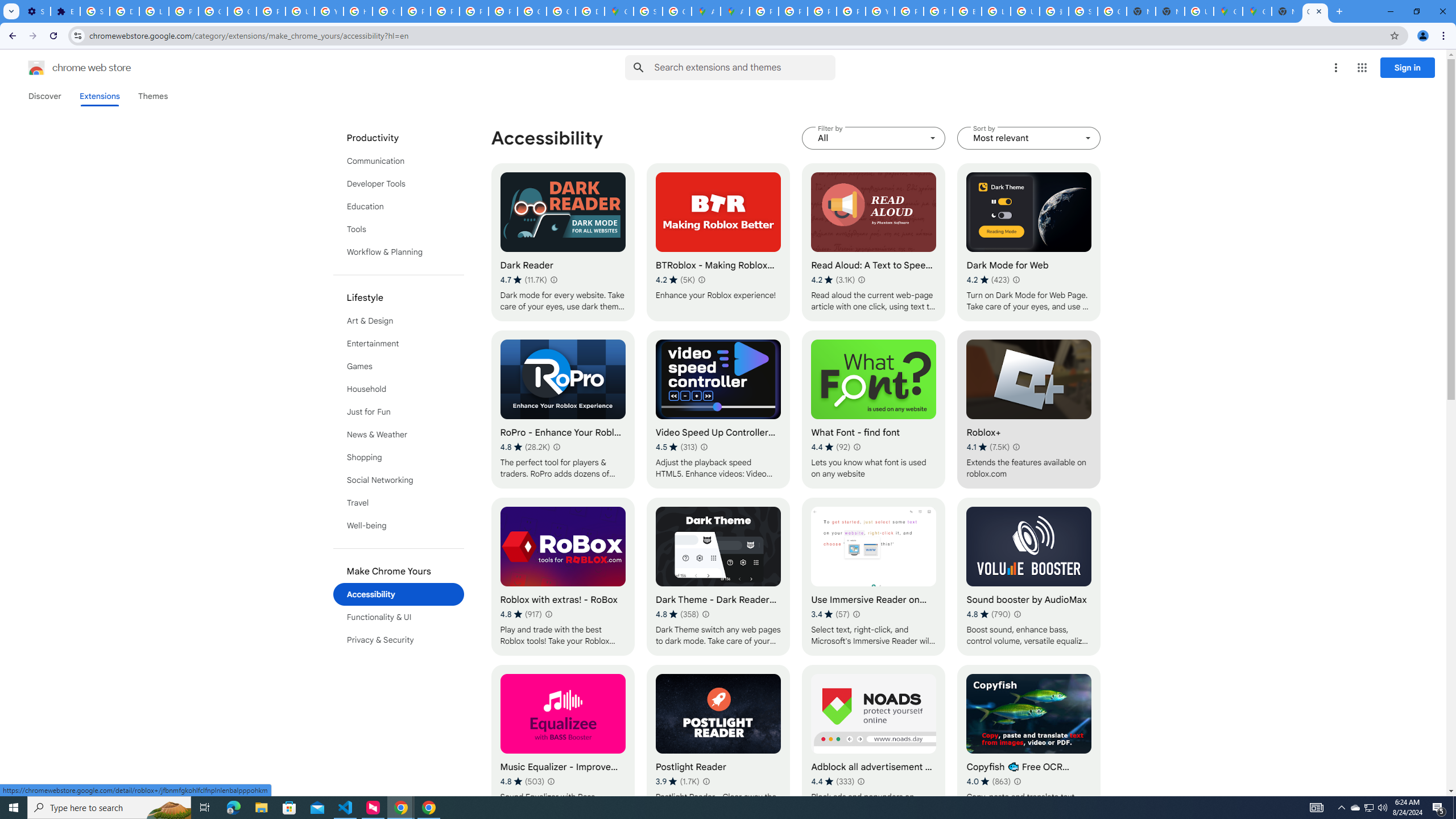  What do you see at coordinates (874, 409) in the screenshot?
I see `'What Font - find font'` at bounding box center [874, 409].